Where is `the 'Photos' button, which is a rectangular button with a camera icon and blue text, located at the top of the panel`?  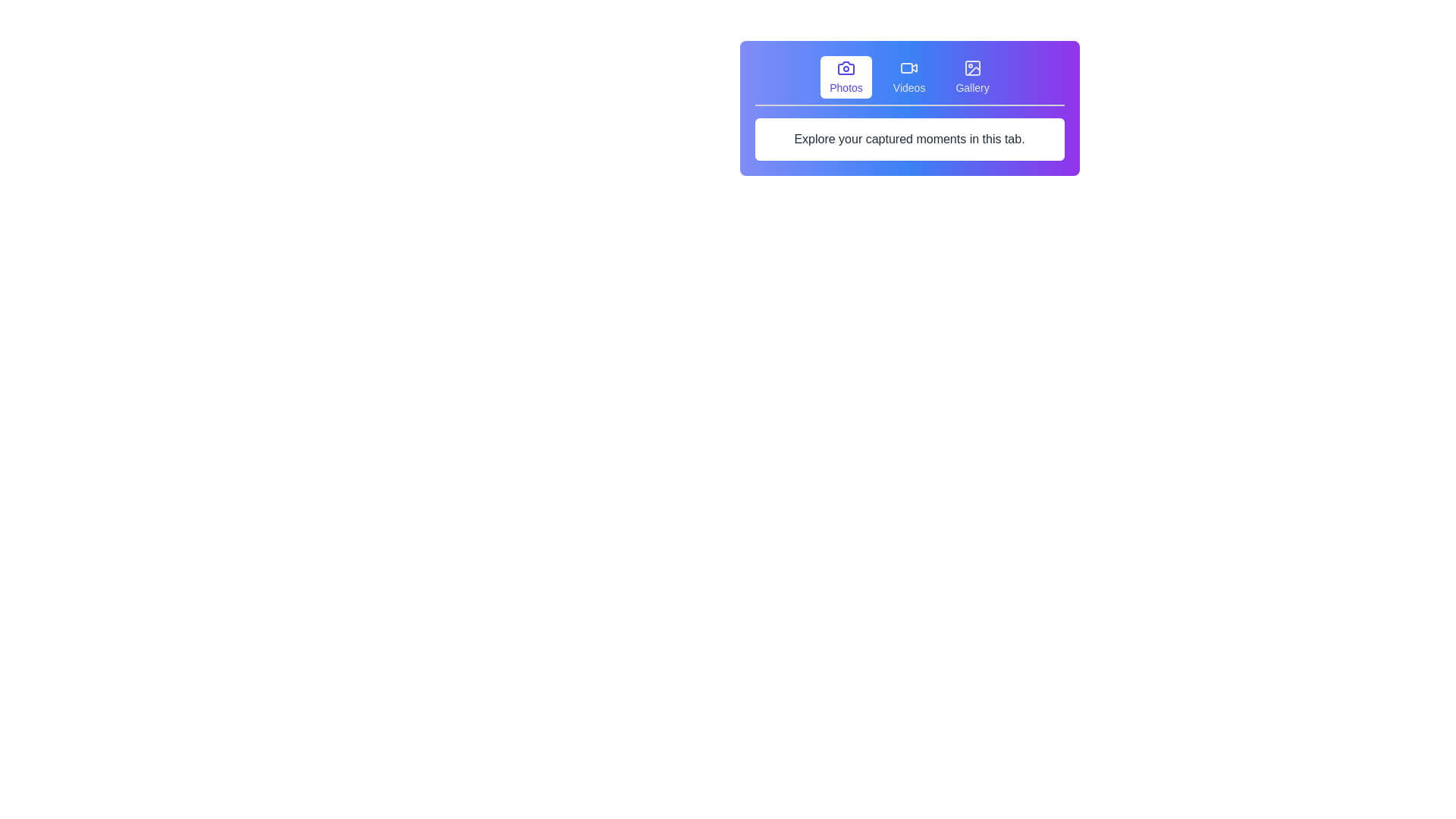
the 'Photos' button, which is a rectangular button with a camera icon and blue text, located at the top of the panel is located at coordinates (846, 77).